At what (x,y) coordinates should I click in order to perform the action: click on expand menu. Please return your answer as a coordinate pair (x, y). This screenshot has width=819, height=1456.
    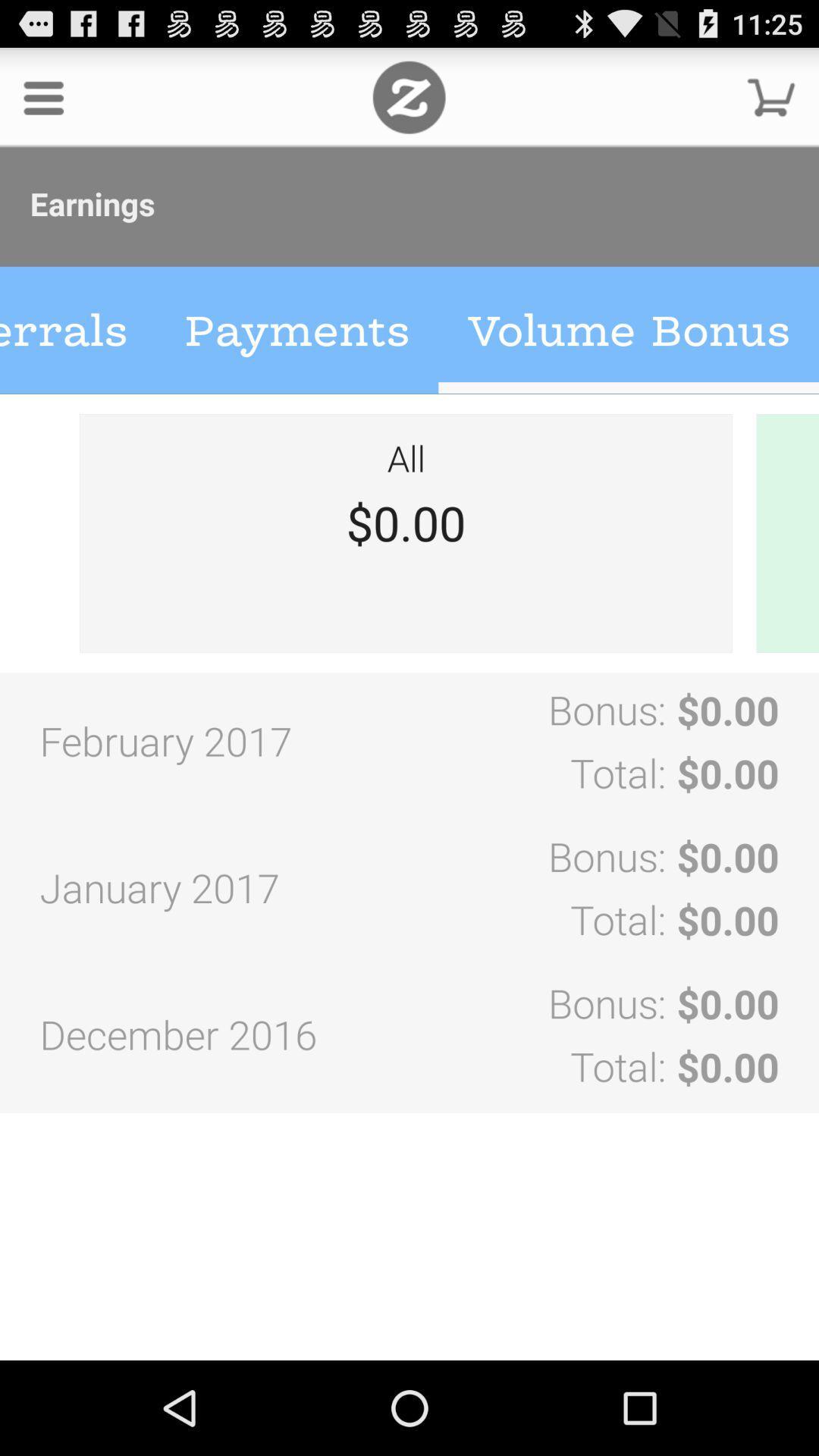
    Looking at the image, I should click on (42, 96).